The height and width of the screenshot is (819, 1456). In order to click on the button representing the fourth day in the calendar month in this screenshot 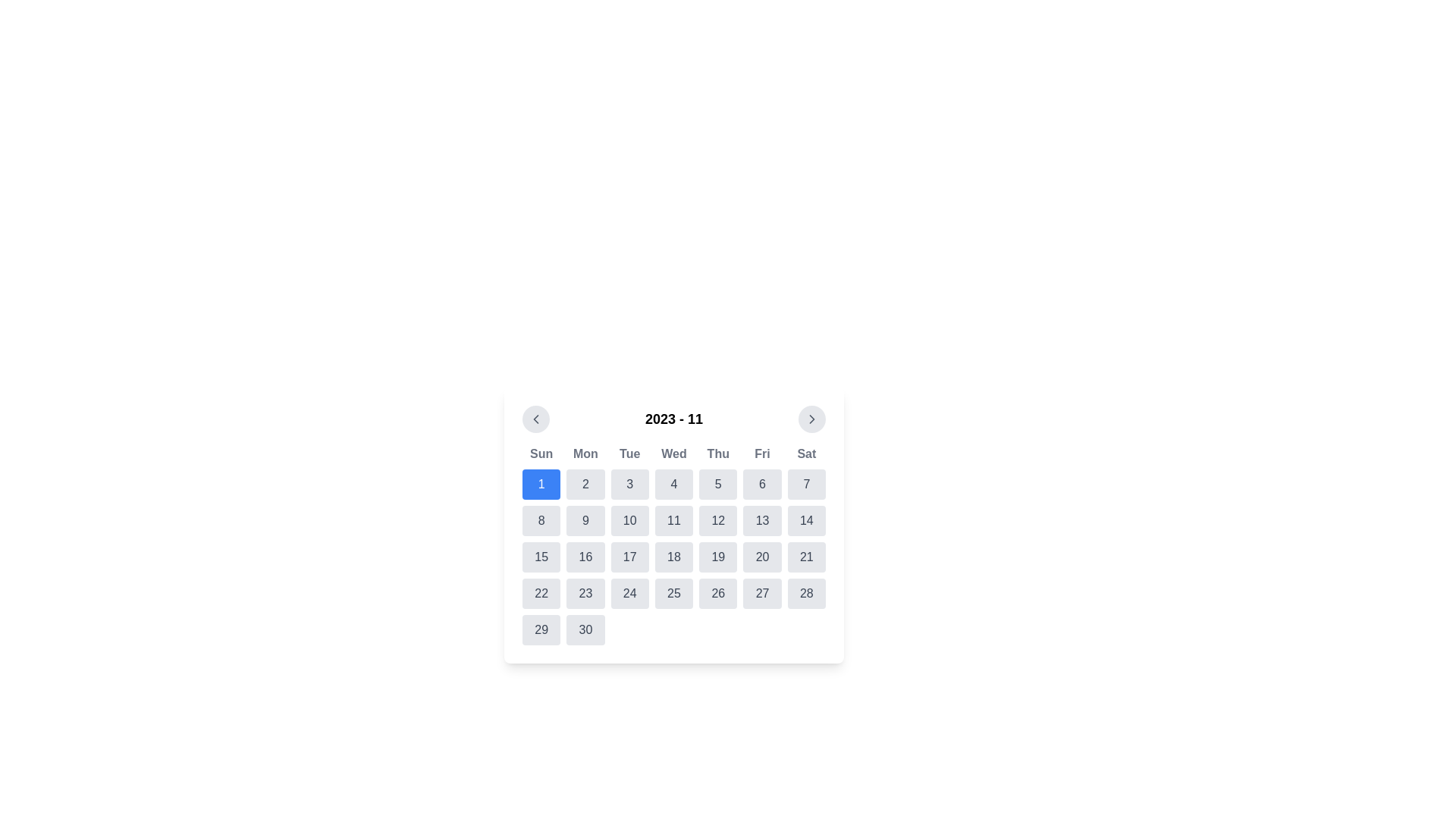, I will do `click(673, 485)`.